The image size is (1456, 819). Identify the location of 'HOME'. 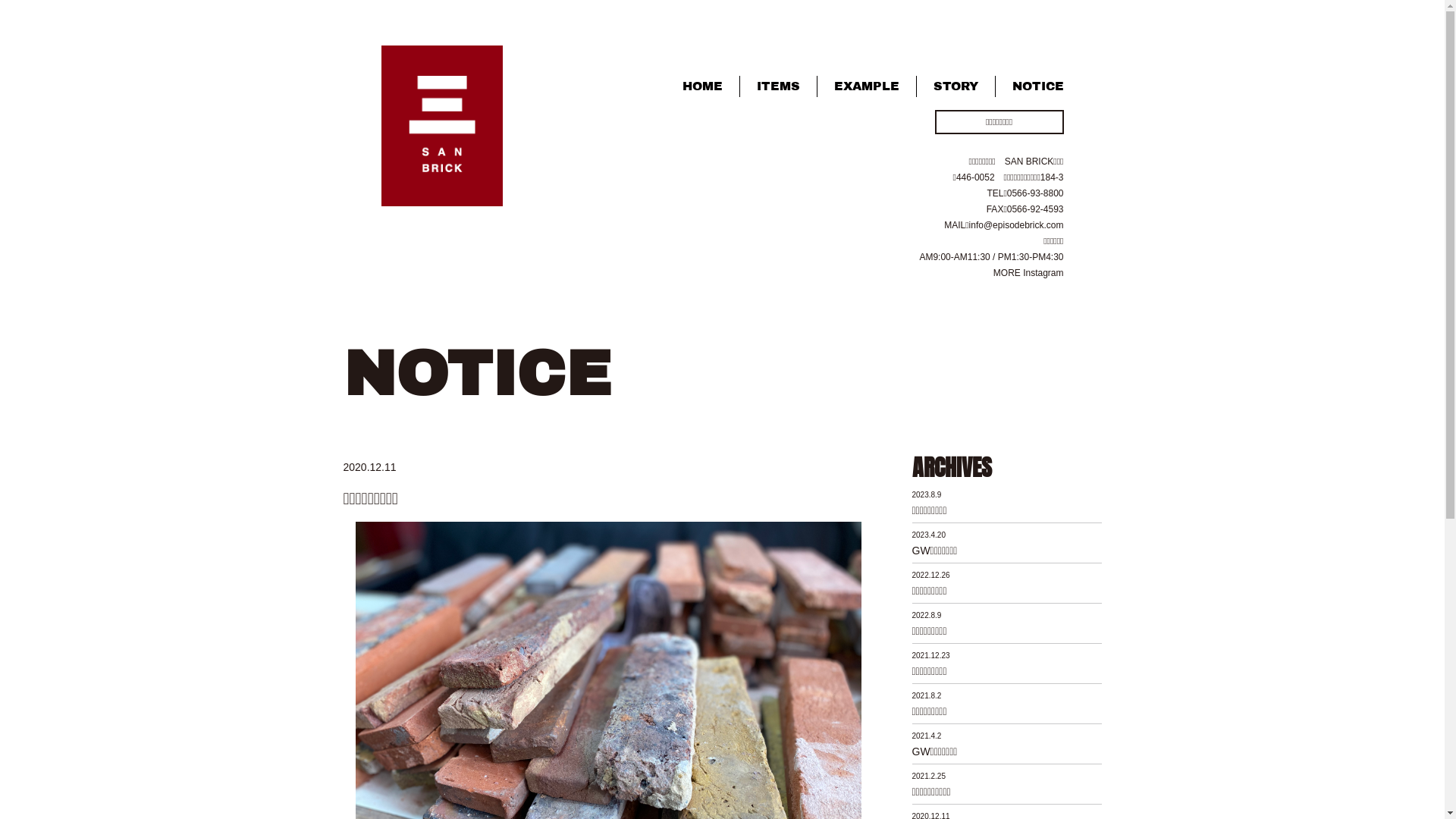
(701, 86).